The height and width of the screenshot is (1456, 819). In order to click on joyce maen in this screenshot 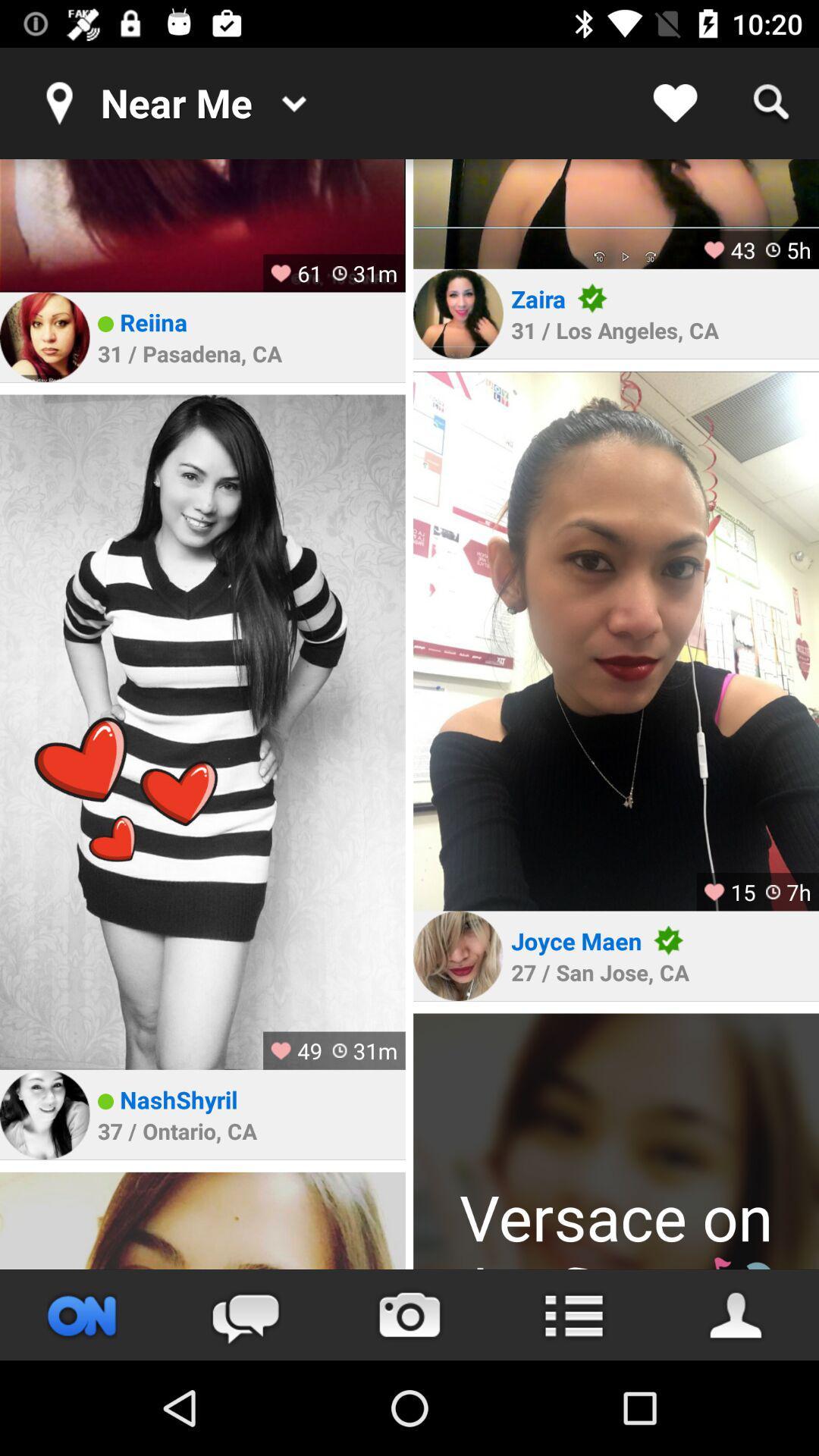, I will do `click(576, 940)`.